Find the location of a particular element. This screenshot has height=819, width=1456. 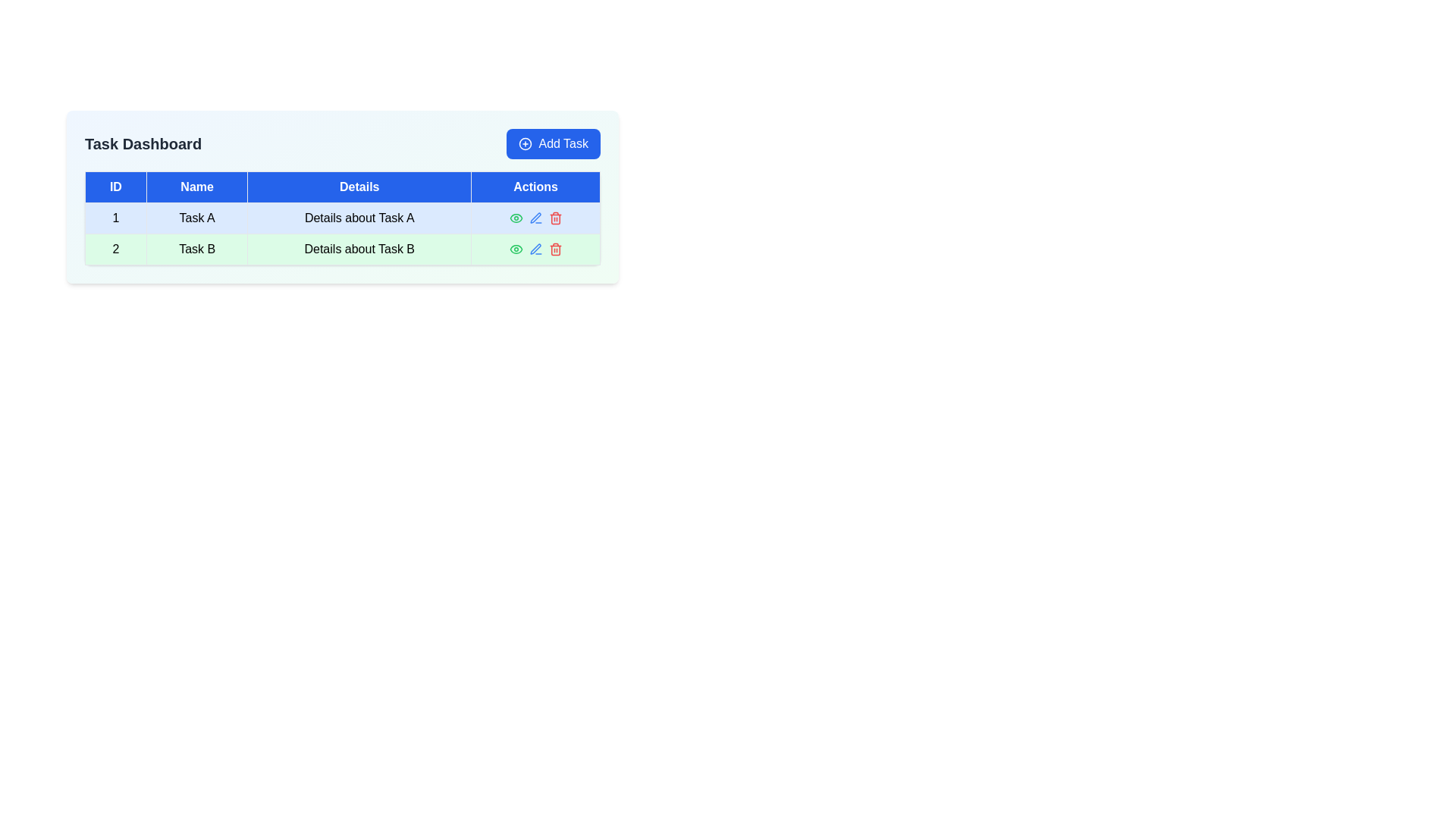

the 'Actions' section of the table for 'Task A' is located at coordinates (535, 218).